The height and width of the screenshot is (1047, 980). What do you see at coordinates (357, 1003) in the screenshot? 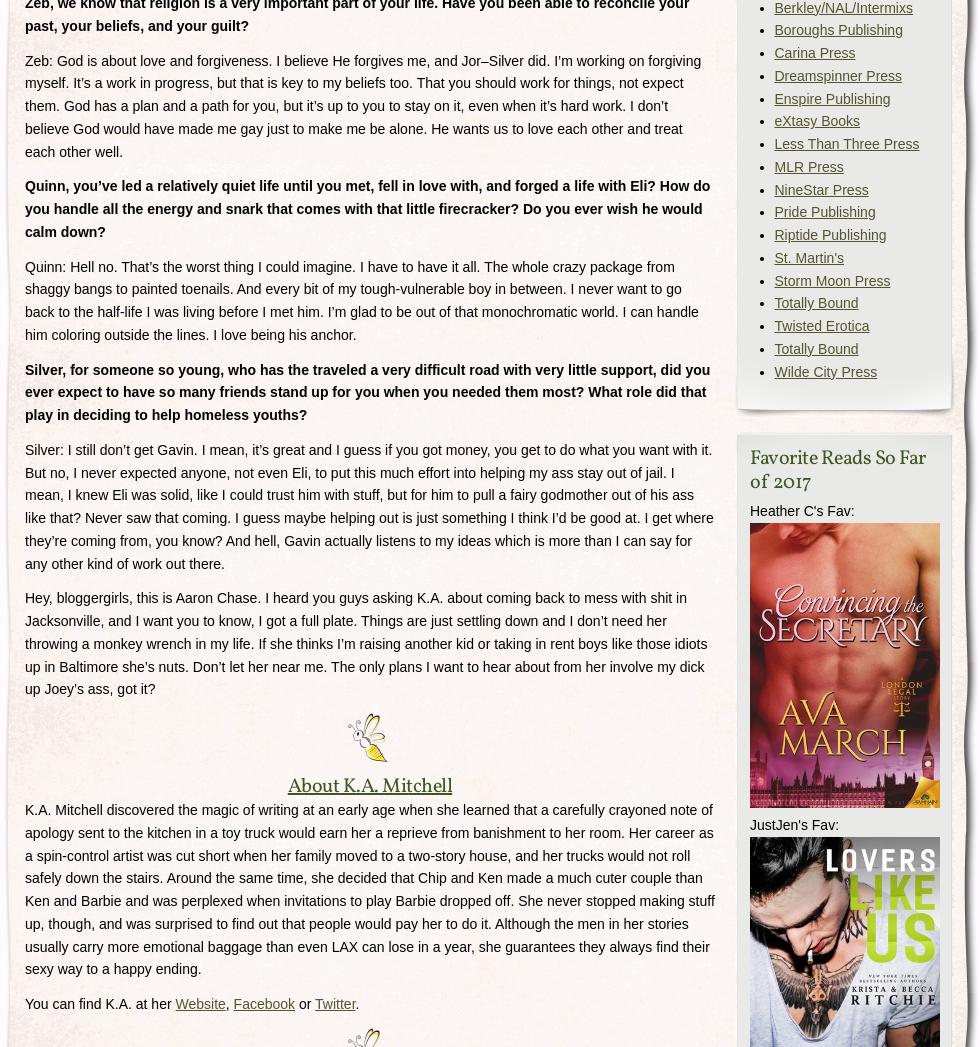
I see `'.'` at bounding box center [357, 1003].